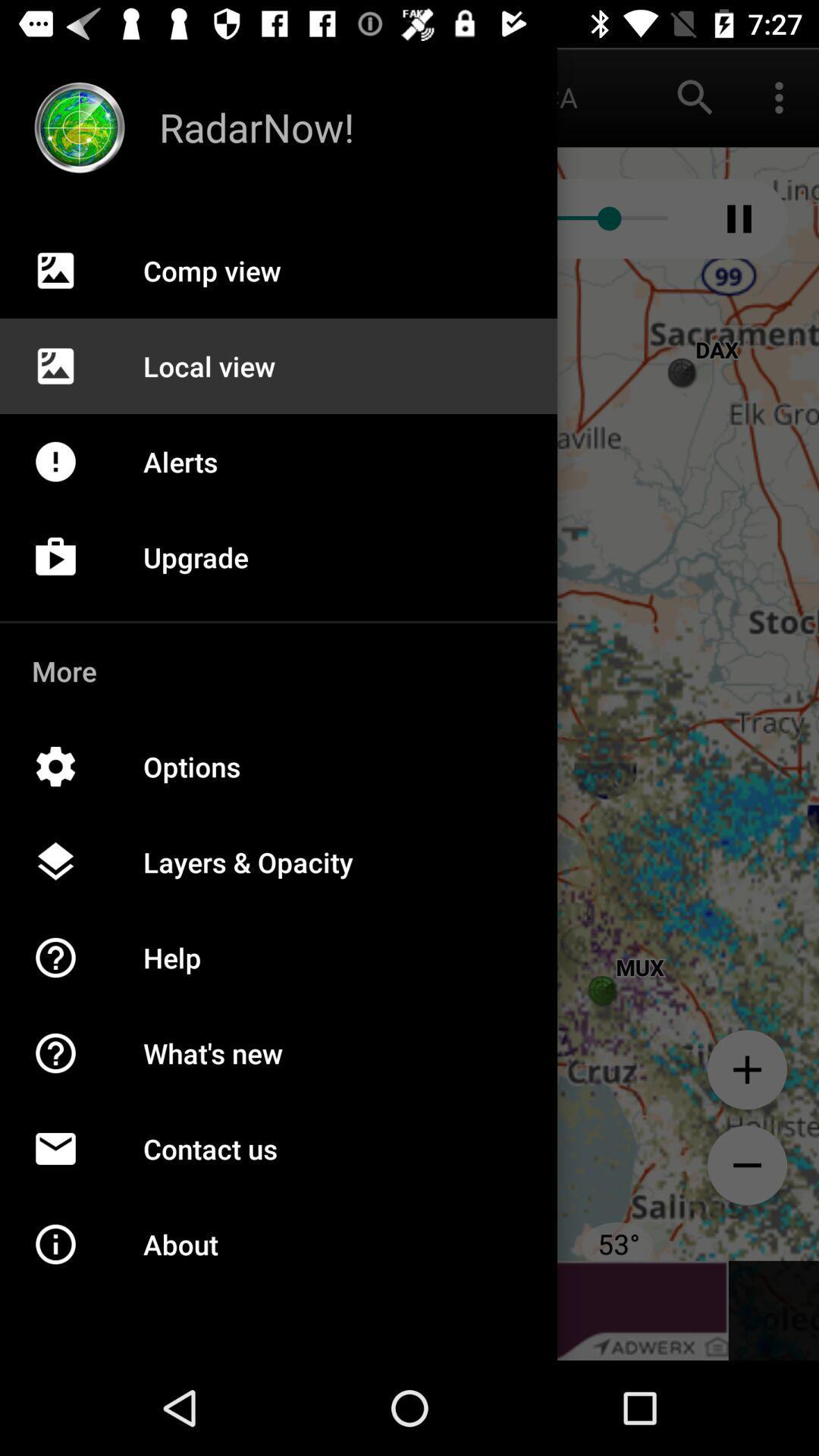 The image size is (819, 1456). I want to click on the help icon, so click(71, 974).